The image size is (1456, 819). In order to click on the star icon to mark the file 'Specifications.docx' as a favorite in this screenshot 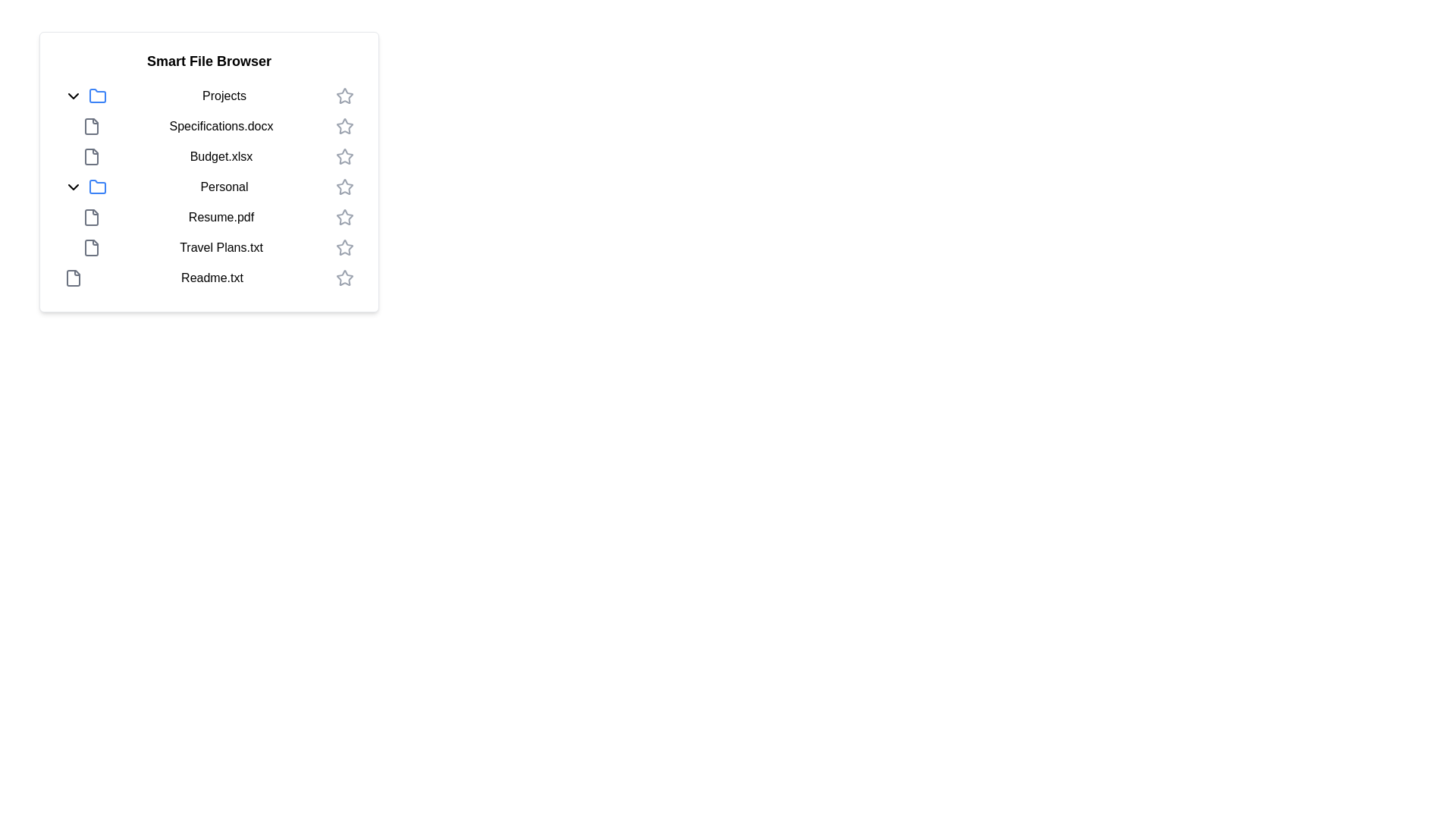, I will do `click(344, 125)`.